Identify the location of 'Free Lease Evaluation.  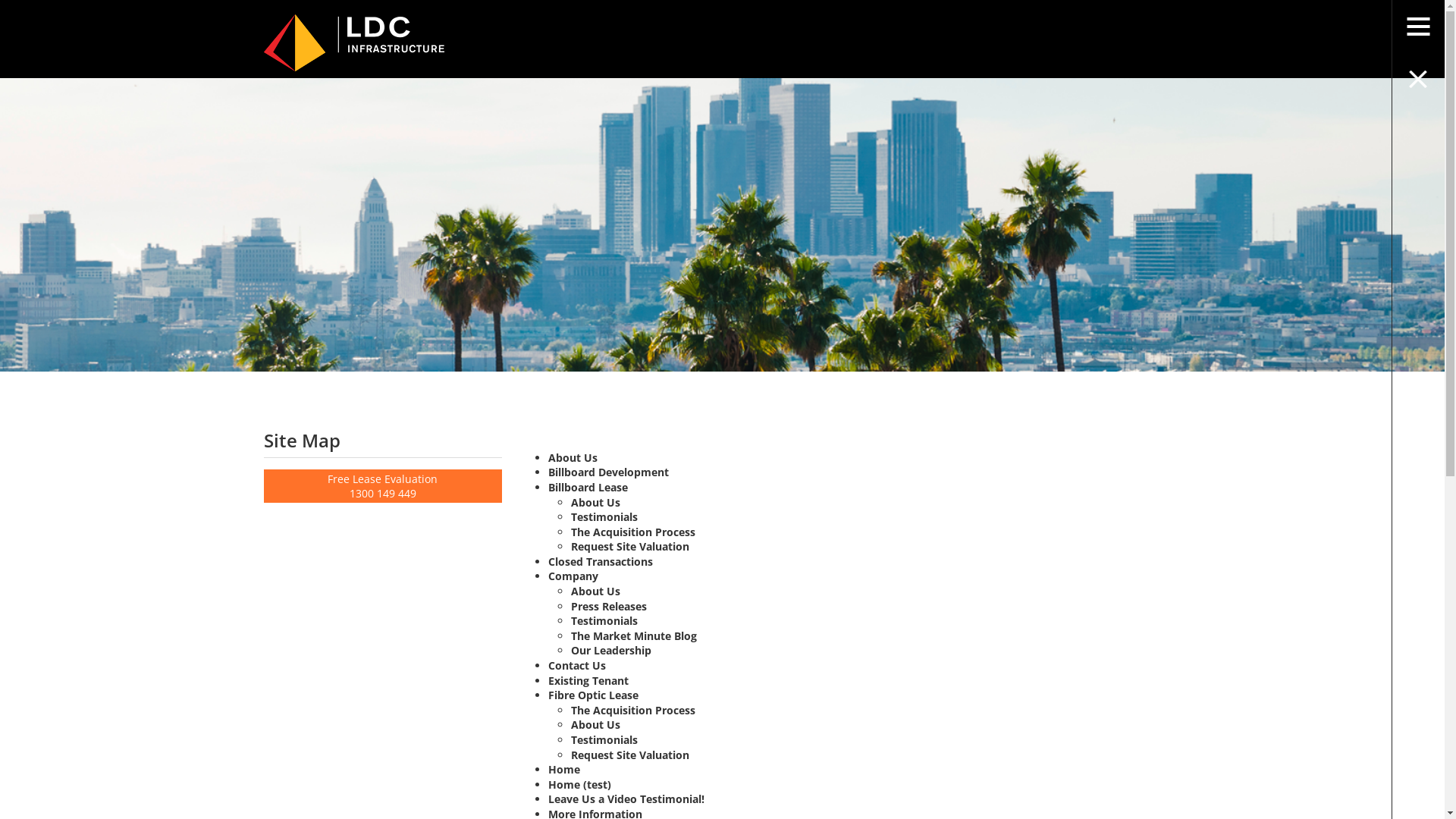
(383, 485).